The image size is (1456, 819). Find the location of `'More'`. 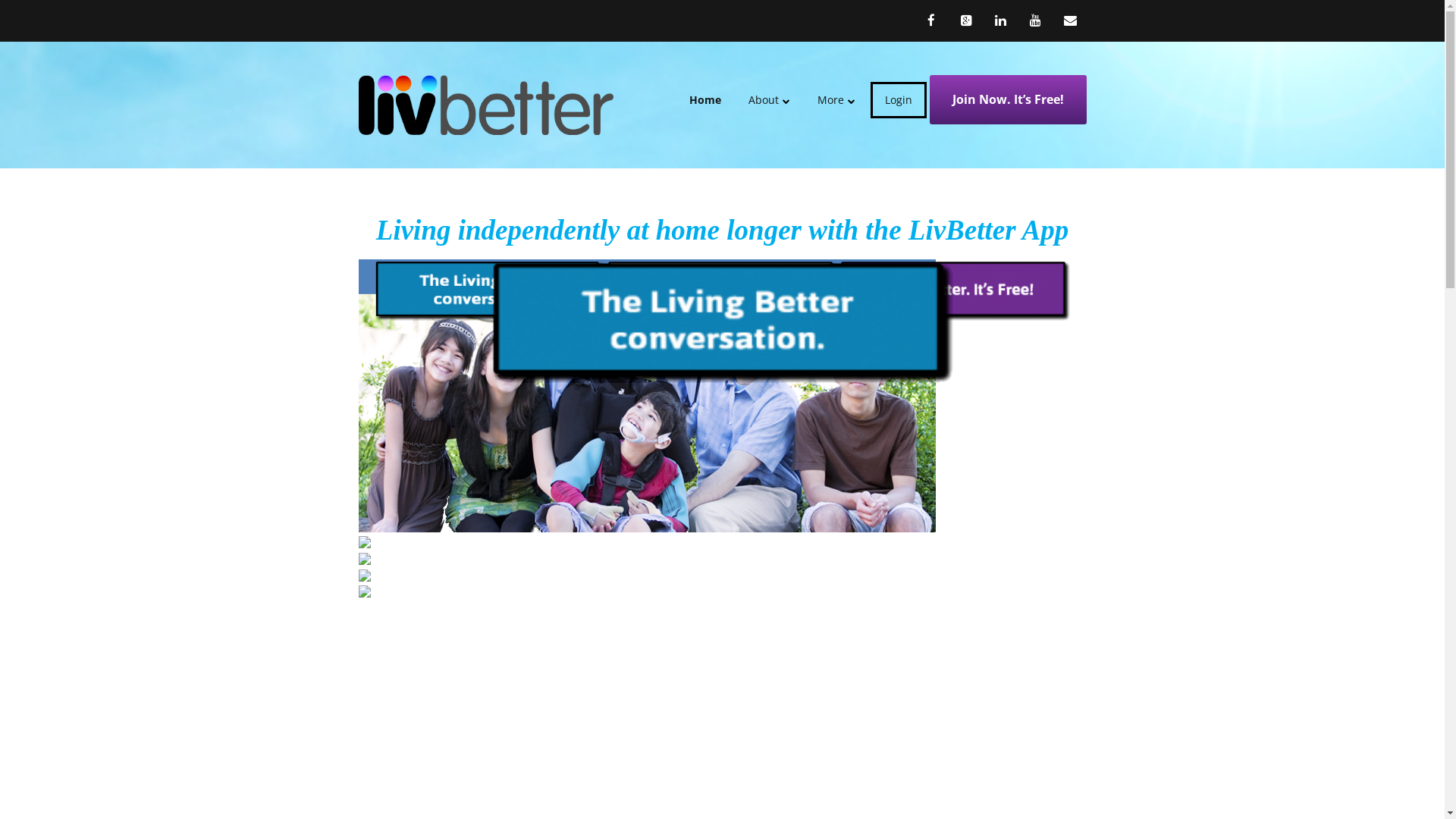

'More' is located at coordinates (836, 99).